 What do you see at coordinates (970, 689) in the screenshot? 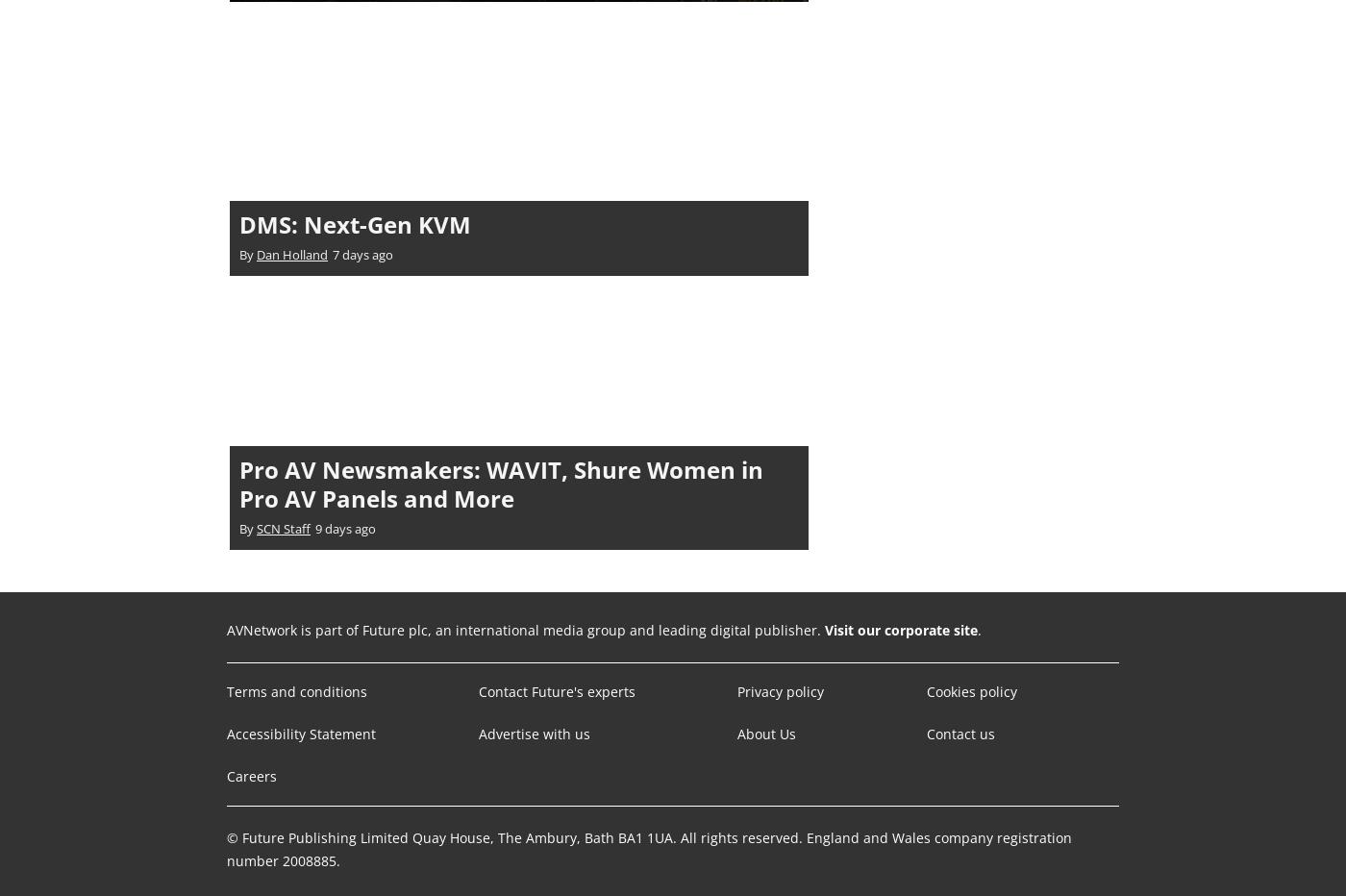
I see `'Cookies policy'` at bounding box center [970, 689].